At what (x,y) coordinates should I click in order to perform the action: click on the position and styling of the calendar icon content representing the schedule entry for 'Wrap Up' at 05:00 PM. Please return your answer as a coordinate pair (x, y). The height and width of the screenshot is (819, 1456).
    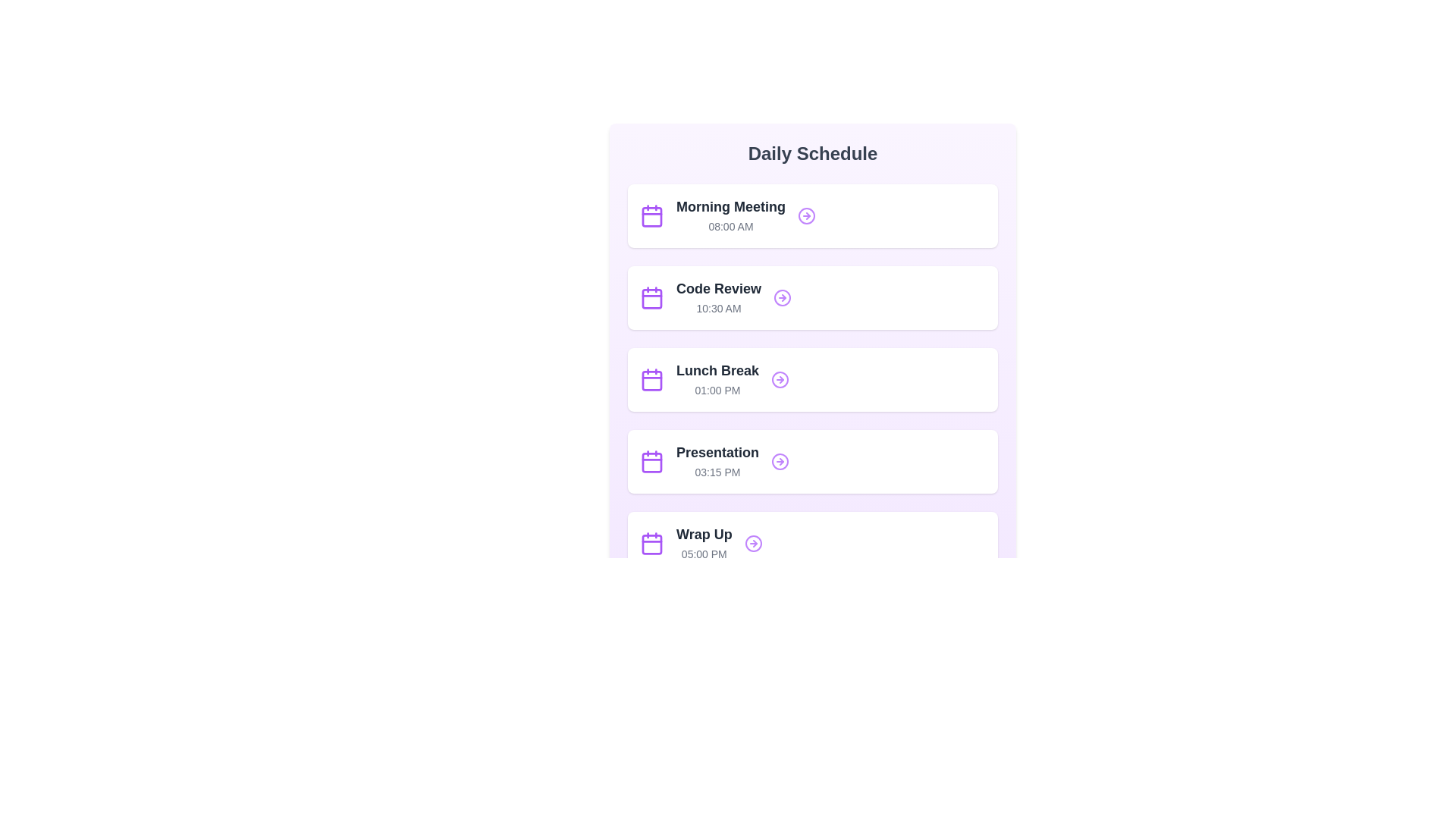
    Looking at the image, I should click on (651, 543).